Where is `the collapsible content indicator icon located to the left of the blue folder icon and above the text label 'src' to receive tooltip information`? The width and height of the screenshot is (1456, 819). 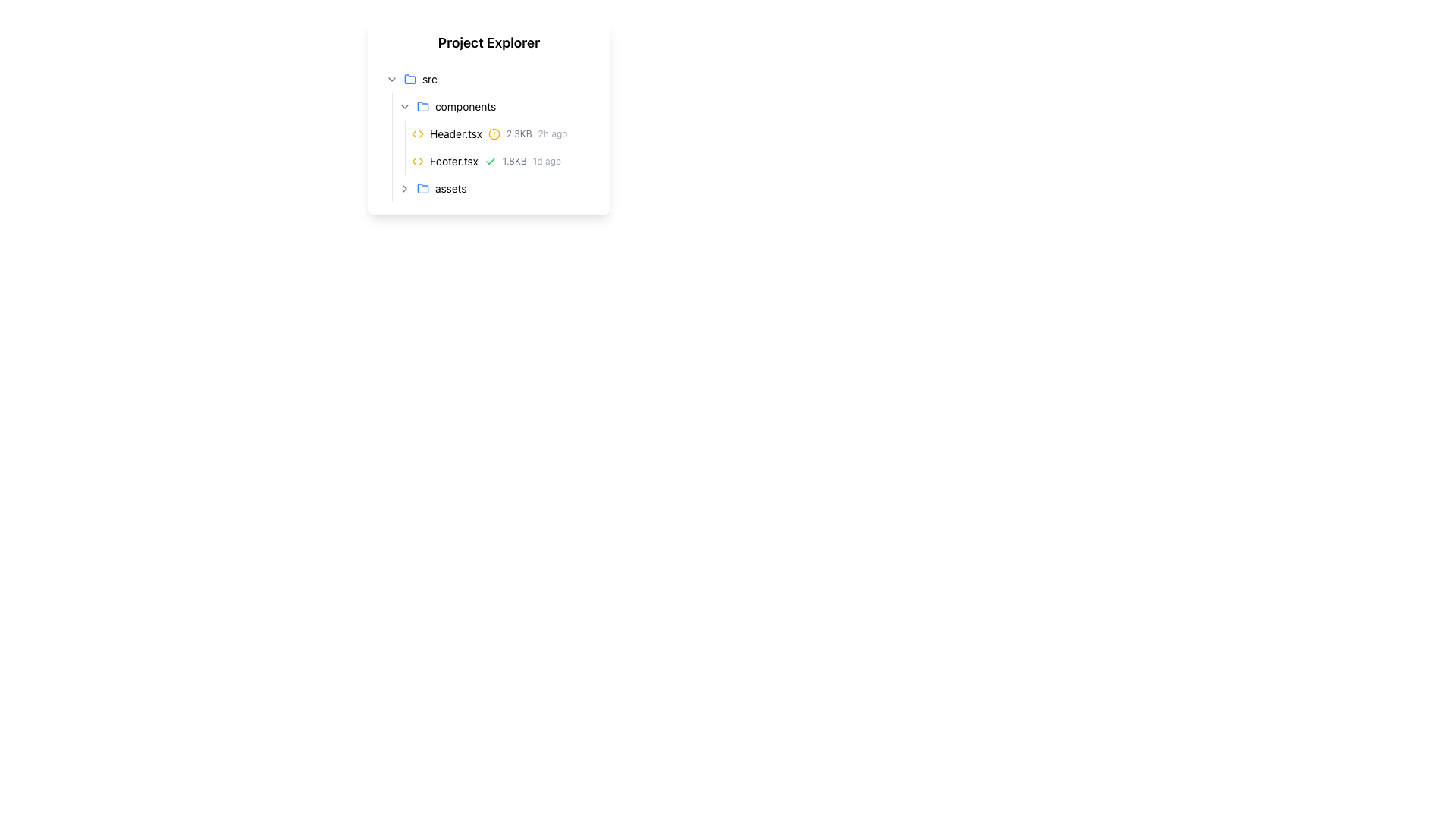 the collapsible content indicator icon located to the left of the blue folder icon and above the text label 'src' to receive tooltip information is located at coordinates (392, 79).